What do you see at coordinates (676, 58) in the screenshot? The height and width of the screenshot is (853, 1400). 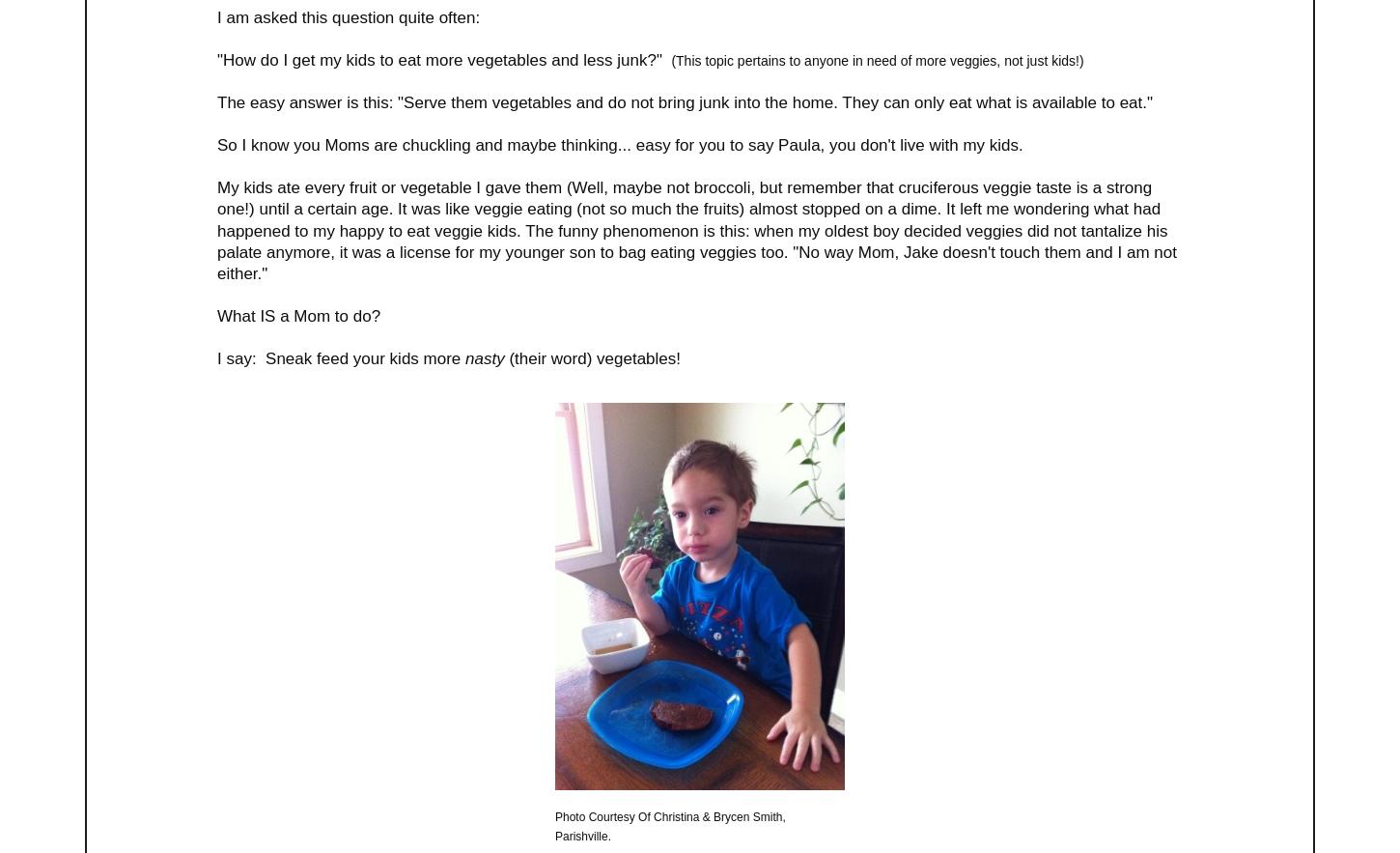 I see `'(T'` at bounding box center [676, 58].